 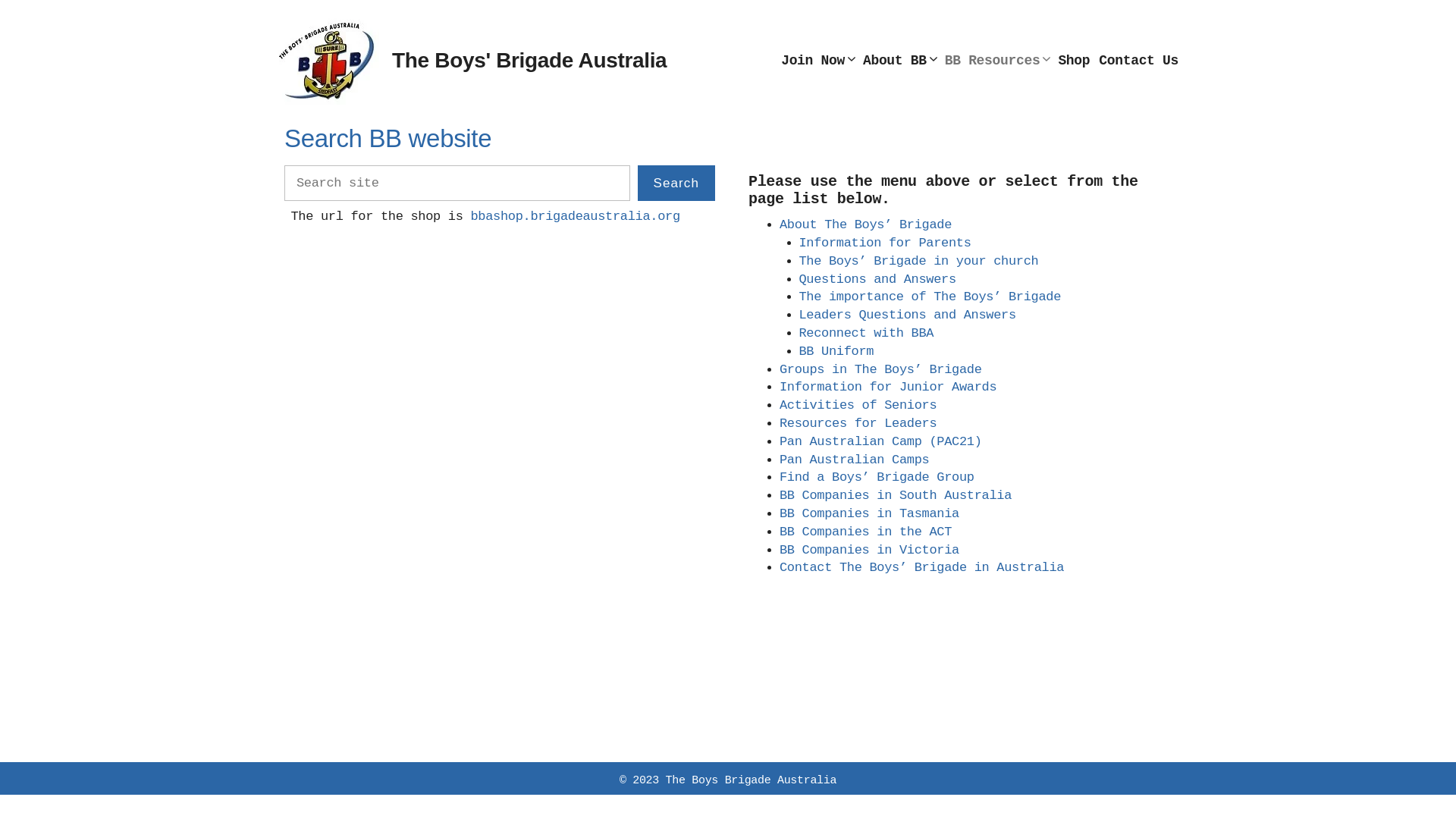 What do you see at coordinates (895, 495) in the screenshot?
I see `'BB Companies in South Australia'` at bounding box center [895, 495].